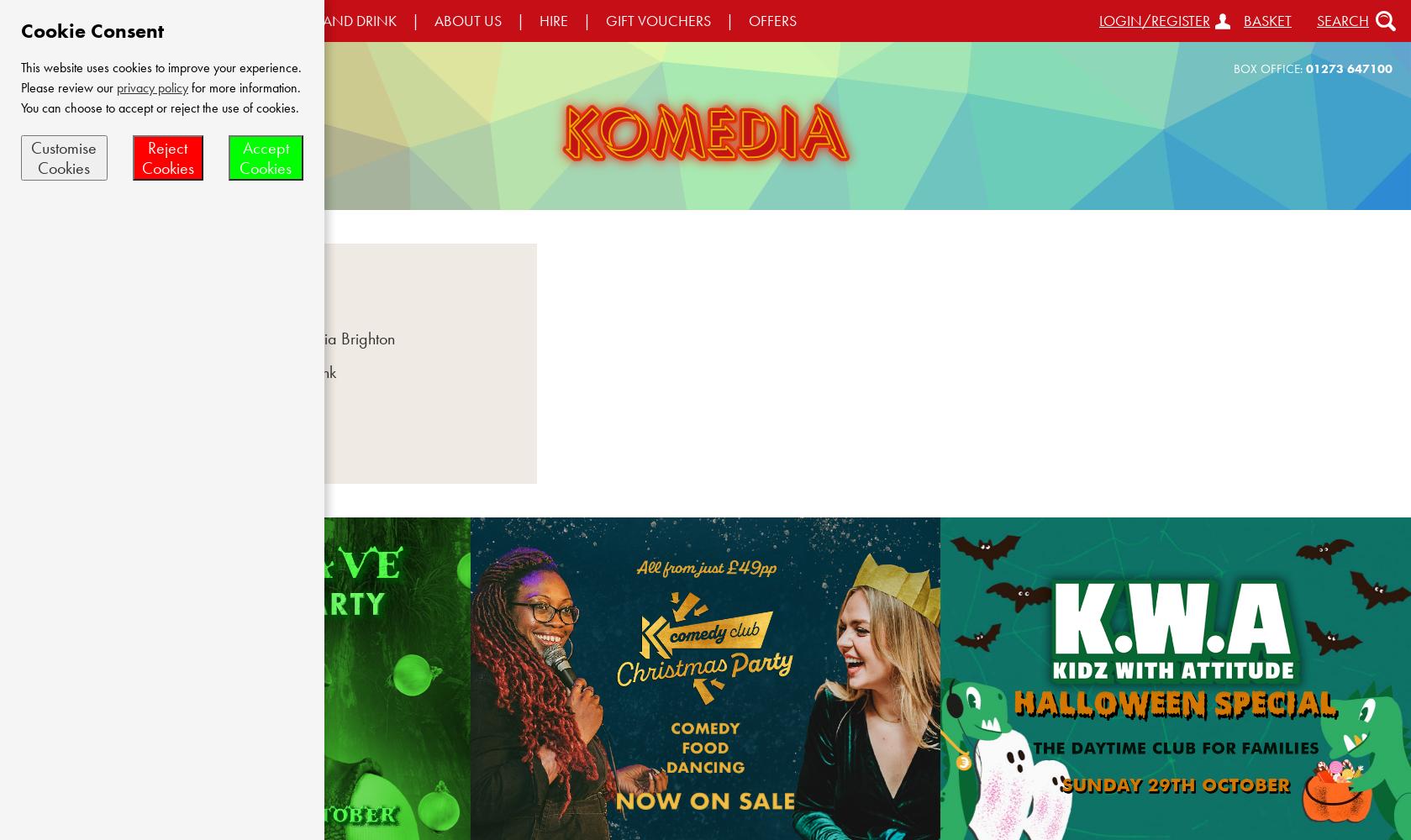  What do you see at coordinates (166, 158) in the screenshot?
I see `'Reject Cookies'` at bounding box center [166, 158].